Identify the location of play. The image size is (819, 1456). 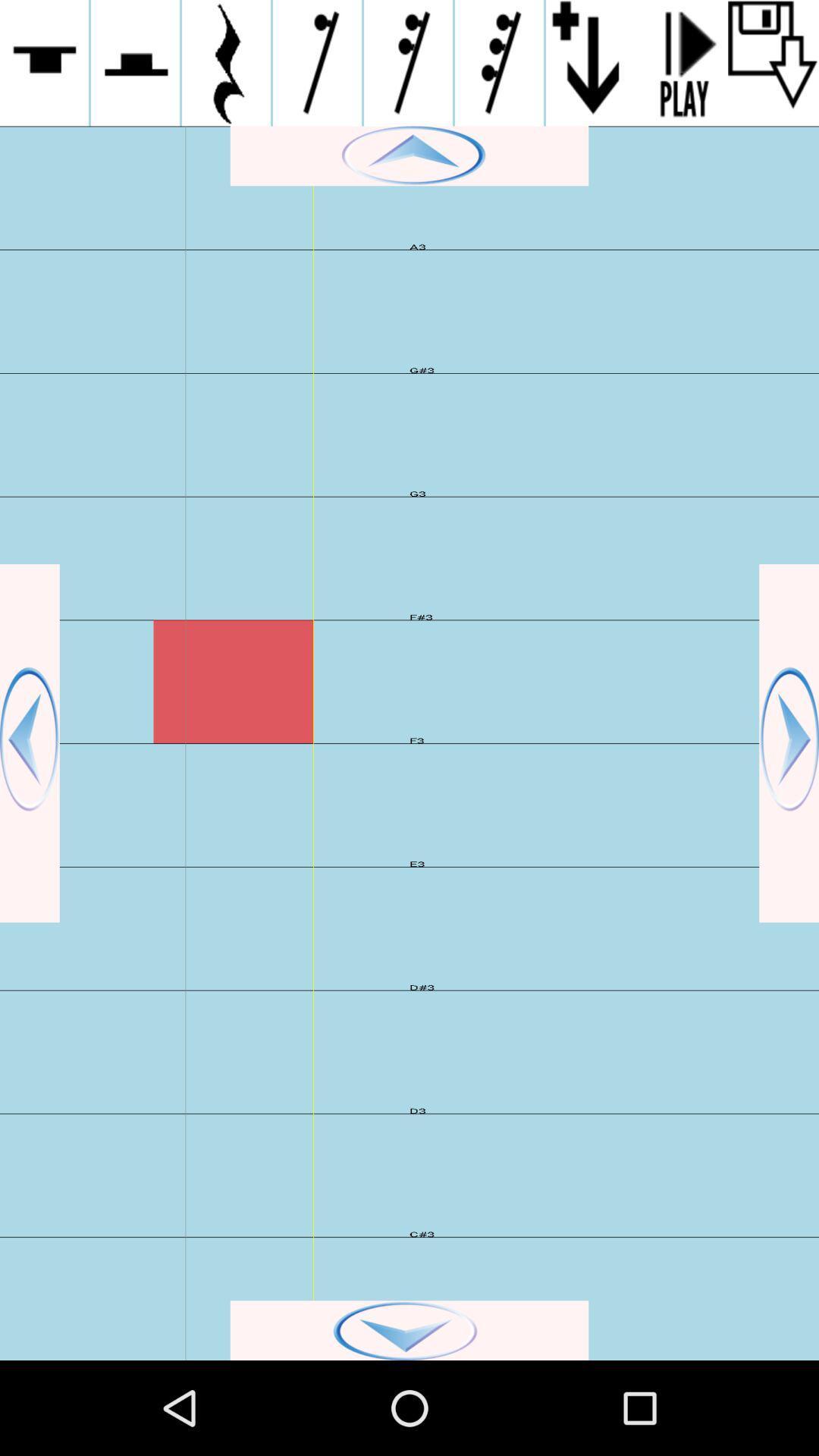
(681, 62).